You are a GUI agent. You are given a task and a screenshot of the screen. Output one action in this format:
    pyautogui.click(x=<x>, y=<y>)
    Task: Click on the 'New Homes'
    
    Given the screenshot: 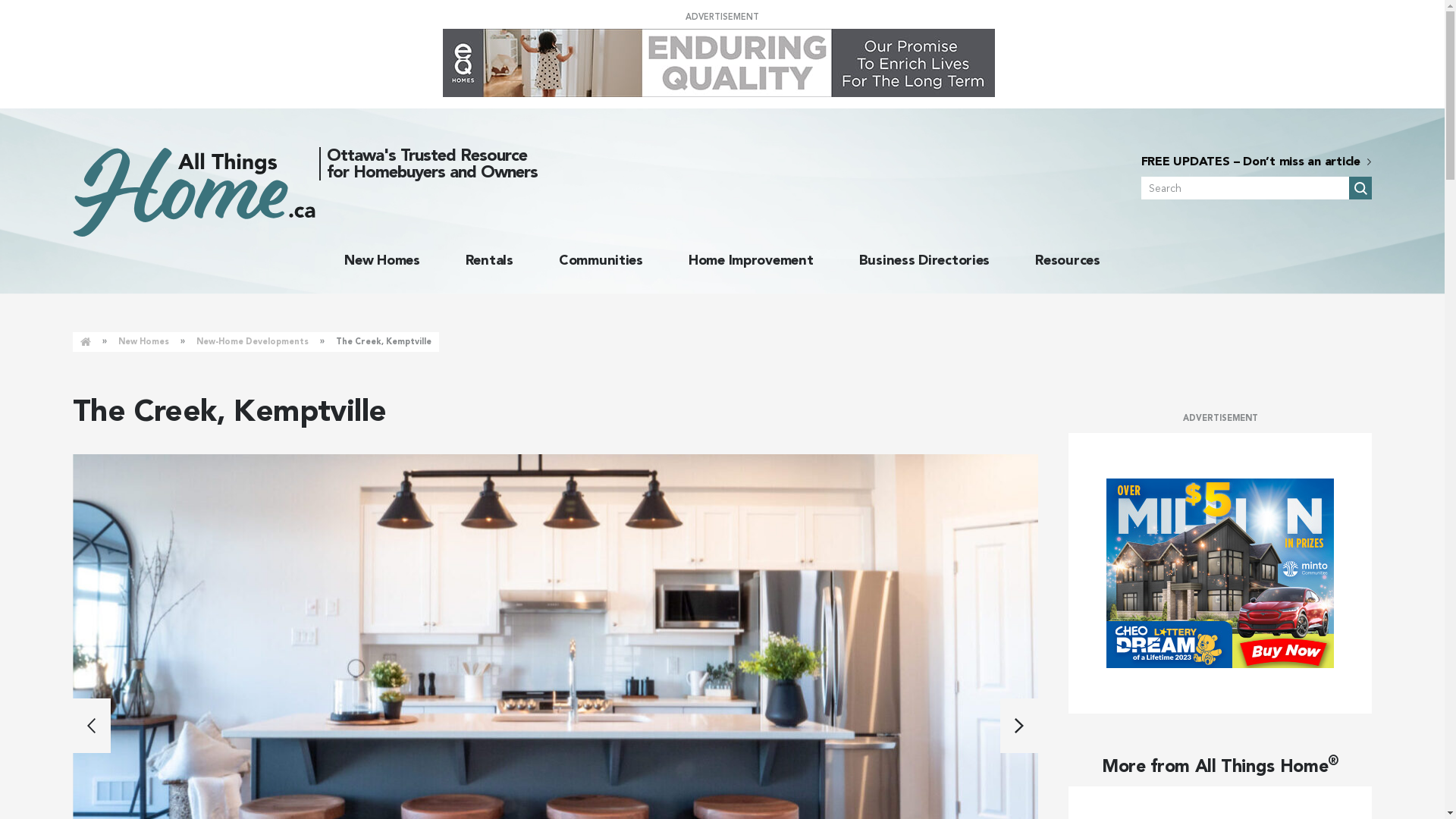 What is the action you would take?
    pyautogui.click(x=382, y=259)
    